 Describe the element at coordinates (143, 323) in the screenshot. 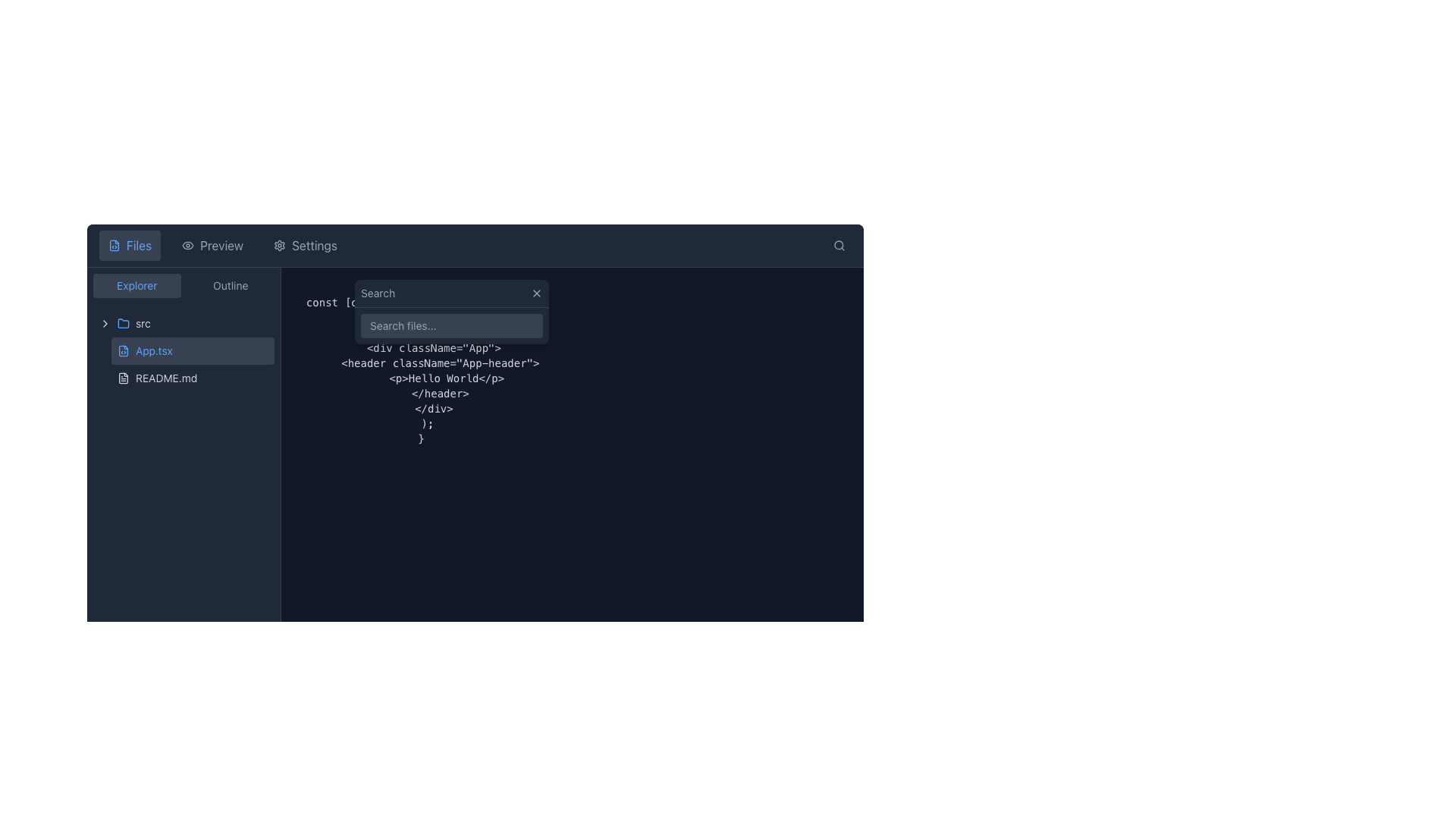

I see `the 'src' text label in the Explorer menu` at that location.